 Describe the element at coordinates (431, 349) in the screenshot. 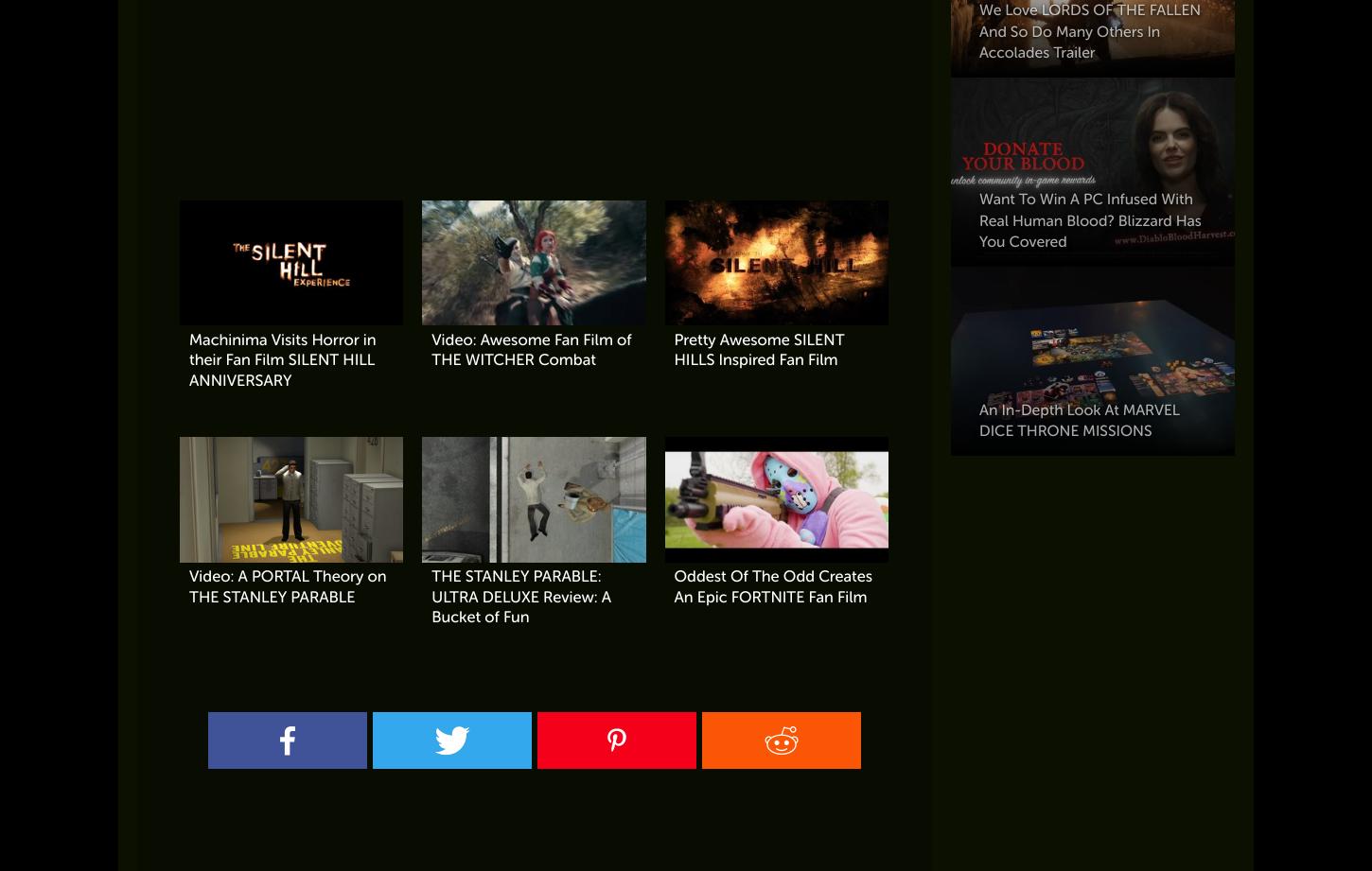

I see `'Video: Awesome Fan Film of THE WITCHER Combat'` at that location.